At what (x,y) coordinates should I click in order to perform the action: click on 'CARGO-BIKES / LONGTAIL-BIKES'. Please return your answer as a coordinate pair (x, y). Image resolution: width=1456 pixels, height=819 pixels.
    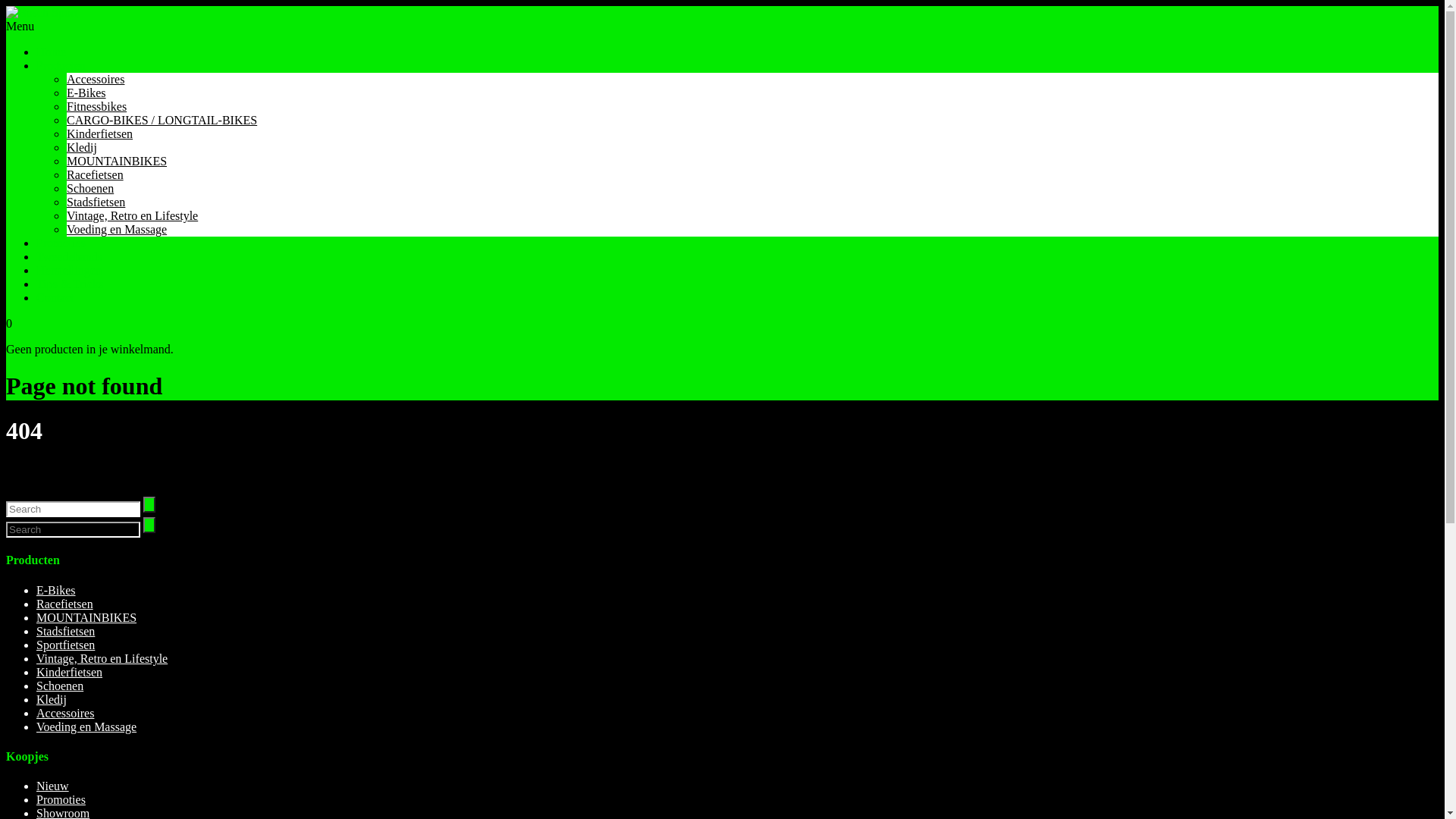
    Looking at the image, I should click on (162, 119).